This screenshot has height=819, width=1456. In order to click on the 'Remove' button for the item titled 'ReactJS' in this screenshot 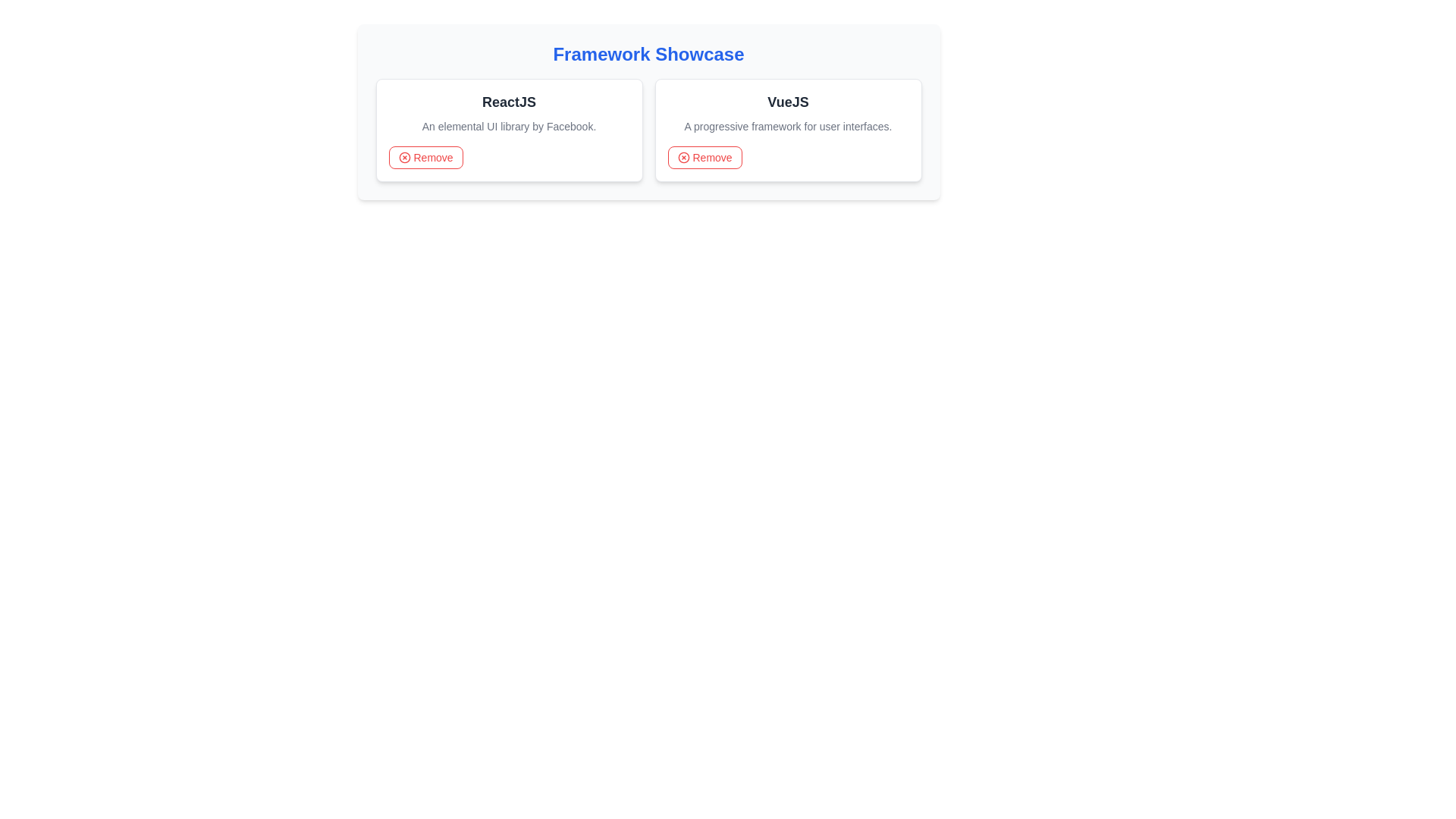, I will do `click(425, 158)`.